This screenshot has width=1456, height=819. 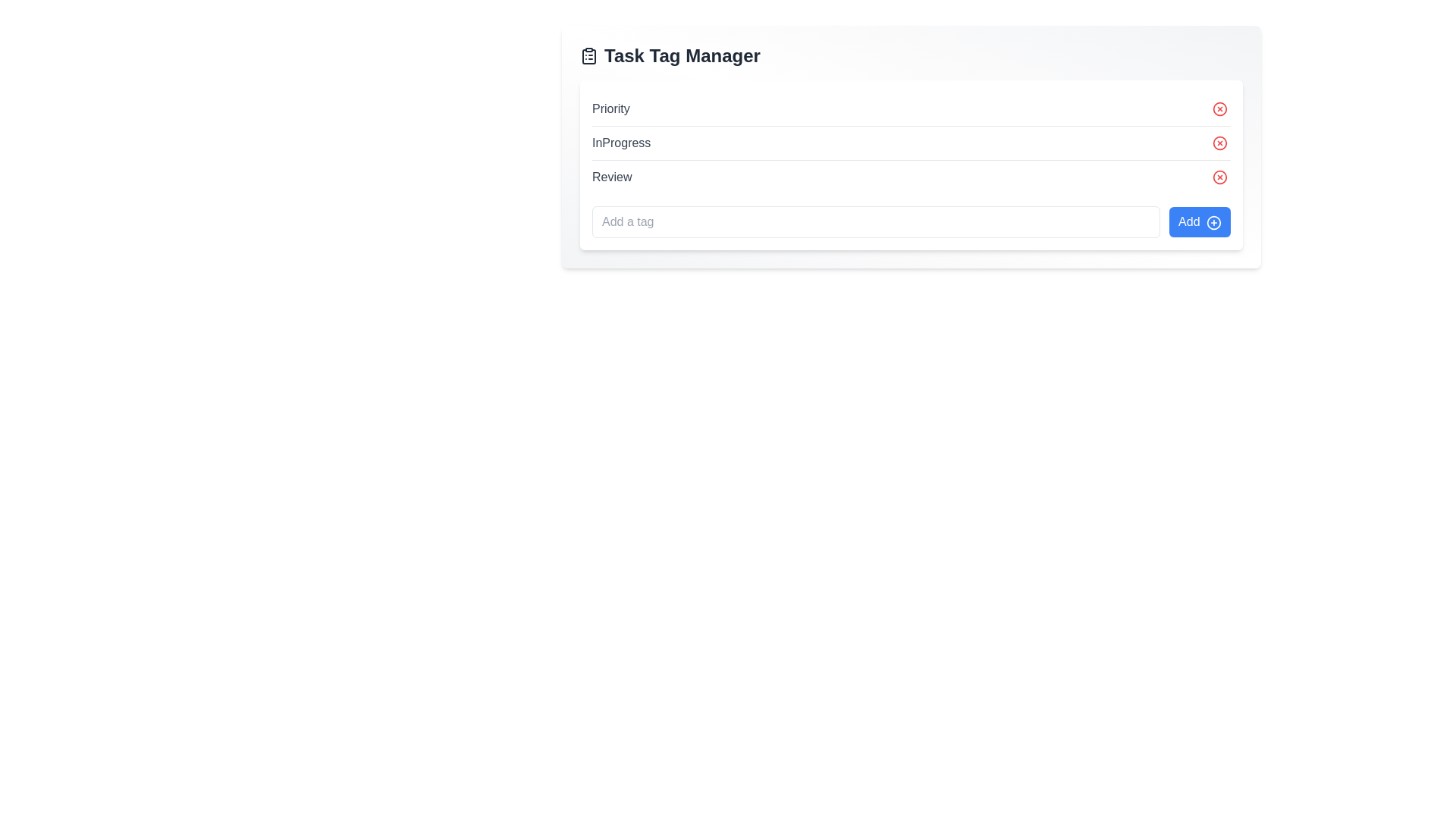 What do you see at coordinates (588, 55) in the screenshot?
I see `the 'Task Tag Manager' icon located to the left of the text within the header of the interface, which serves as a recognizable identifier for the module` at bounding box center [588, 55].